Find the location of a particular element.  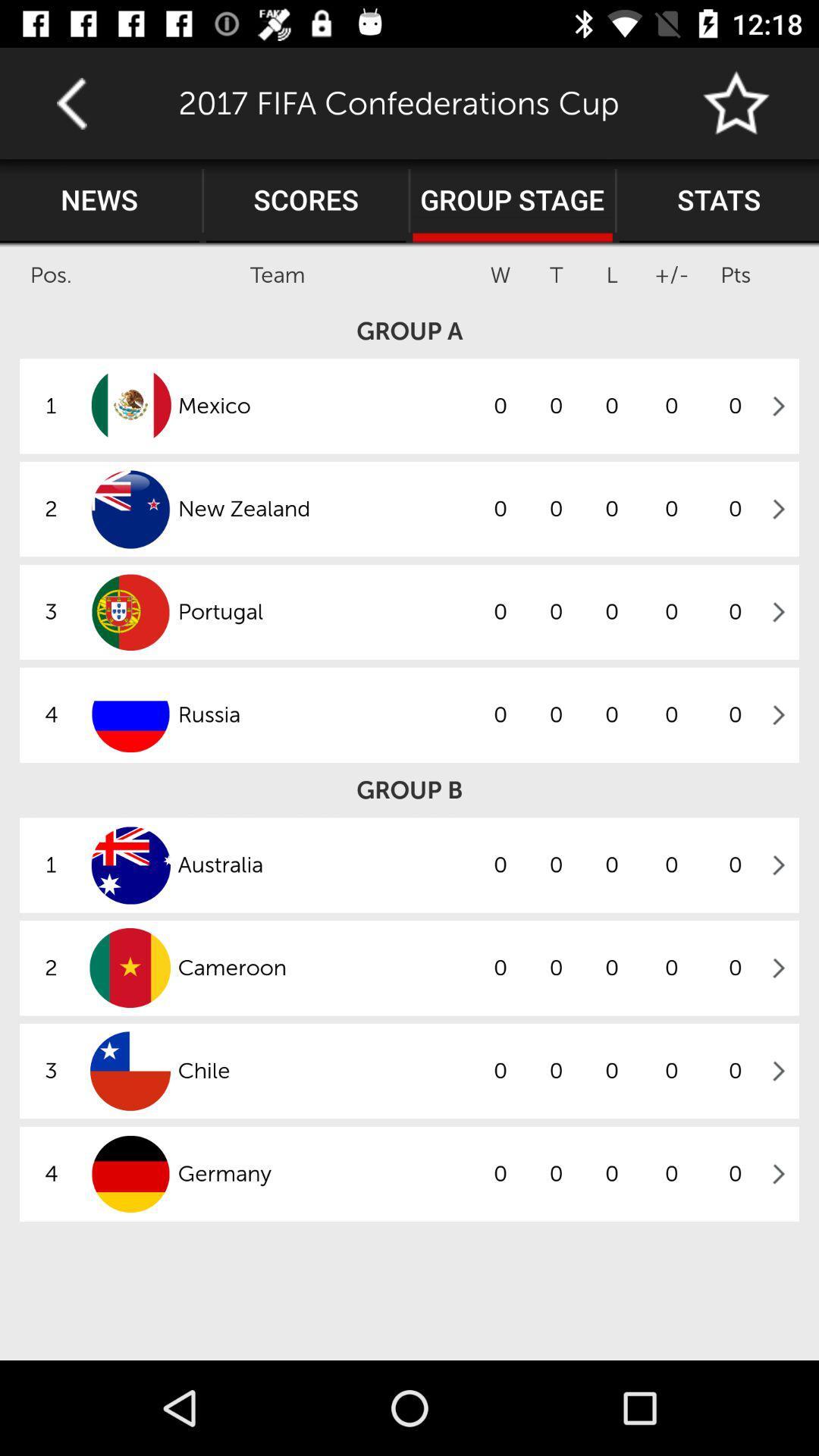

new zealand is located at coordinates (324, 509).